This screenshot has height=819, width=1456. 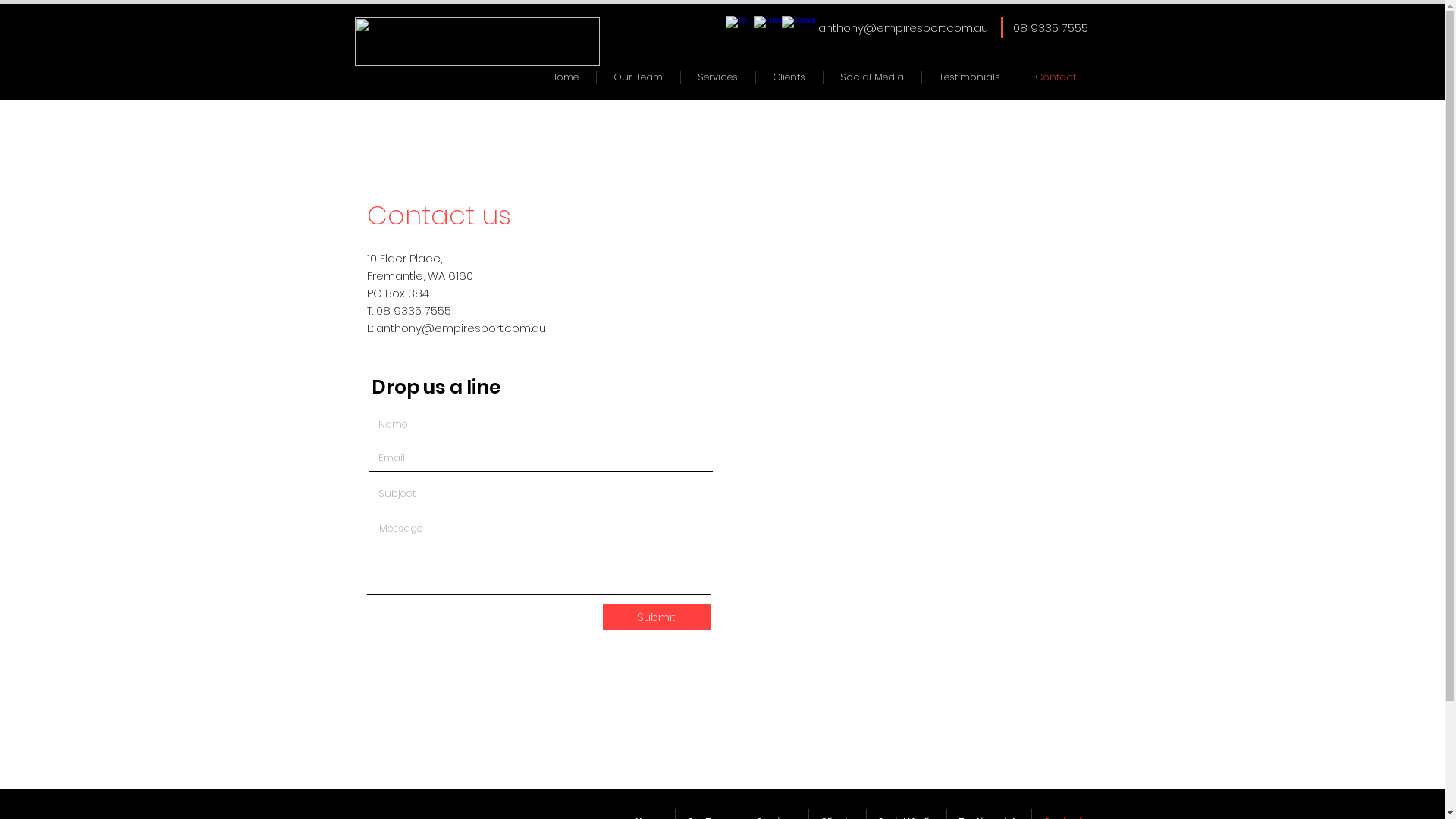 What do you see at coordinates (817, 27) in the screenshot?
I see `'anthony@empiresport.com.au'` at bounding box center [817, 27].